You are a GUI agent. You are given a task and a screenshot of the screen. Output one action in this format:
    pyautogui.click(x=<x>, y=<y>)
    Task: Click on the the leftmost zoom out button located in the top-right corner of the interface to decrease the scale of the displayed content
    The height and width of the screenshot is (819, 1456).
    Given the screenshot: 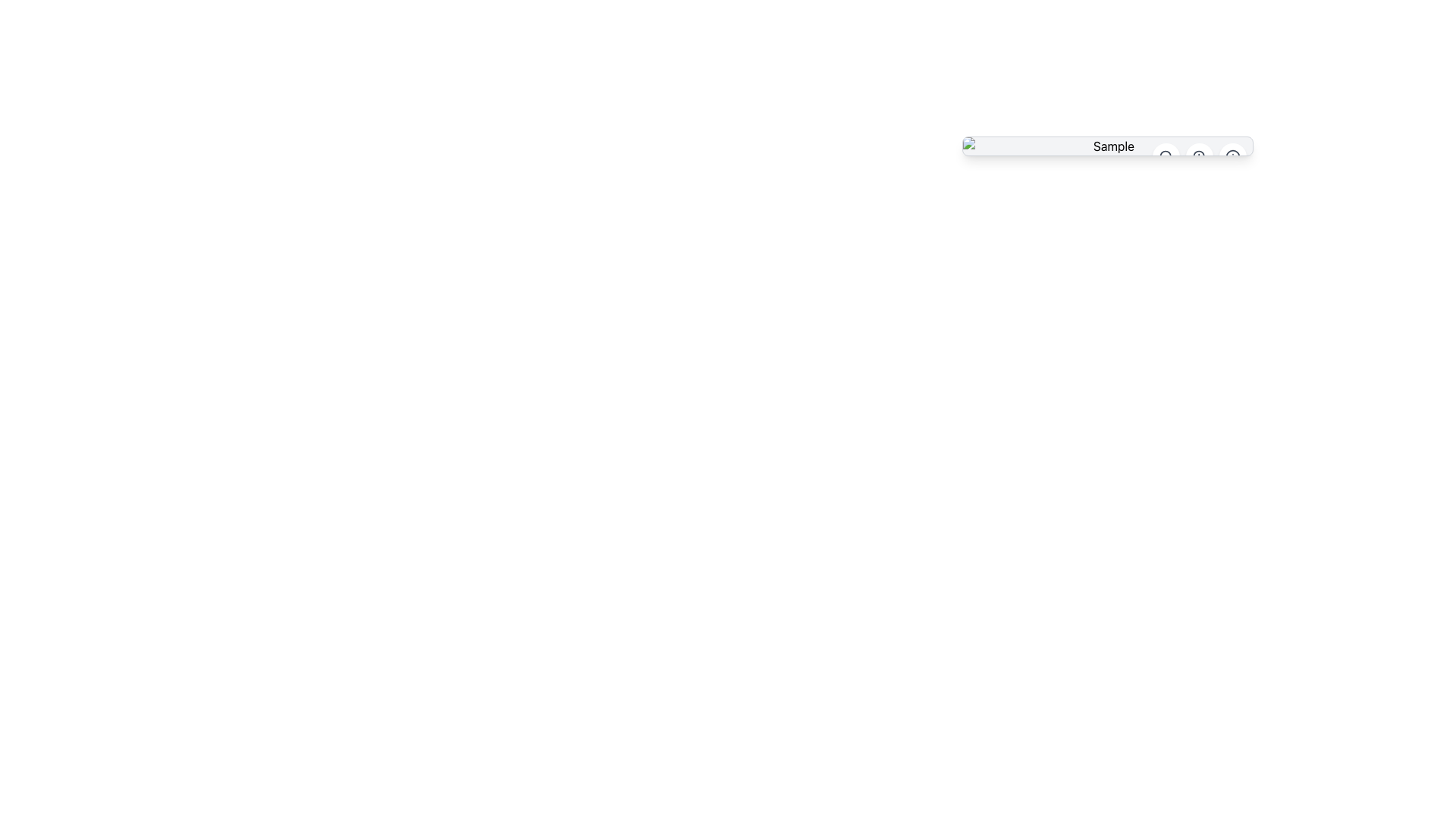 What is the action you would take?
    pyautogui.click(x=1165, y=157)
    